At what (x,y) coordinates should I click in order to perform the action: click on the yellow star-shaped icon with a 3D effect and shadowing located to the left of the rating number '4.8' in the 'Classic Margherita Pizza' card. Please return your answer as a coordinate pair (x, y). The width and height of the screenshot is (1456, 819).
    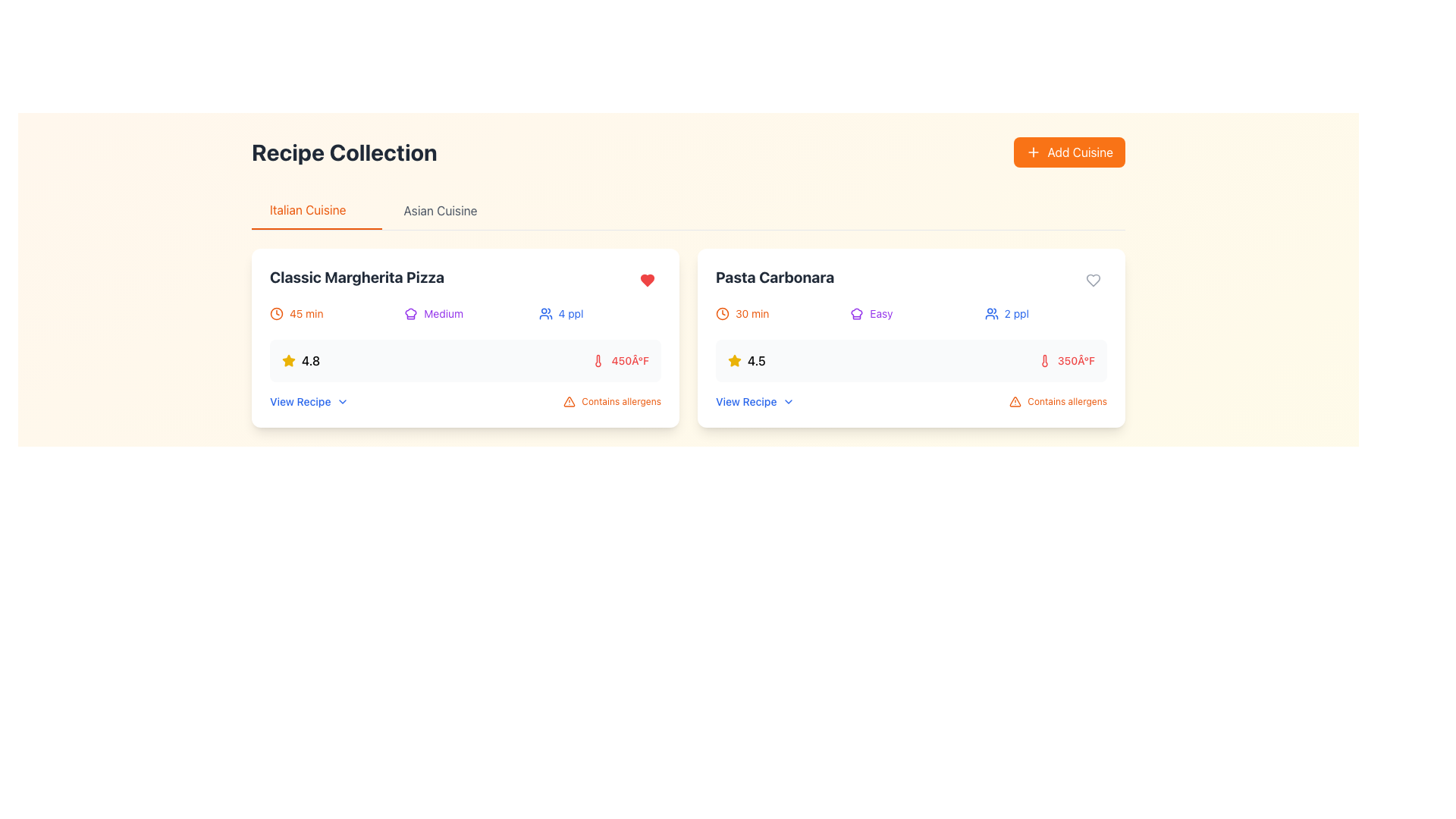
    Looking at the image, I should click on (288, 360).